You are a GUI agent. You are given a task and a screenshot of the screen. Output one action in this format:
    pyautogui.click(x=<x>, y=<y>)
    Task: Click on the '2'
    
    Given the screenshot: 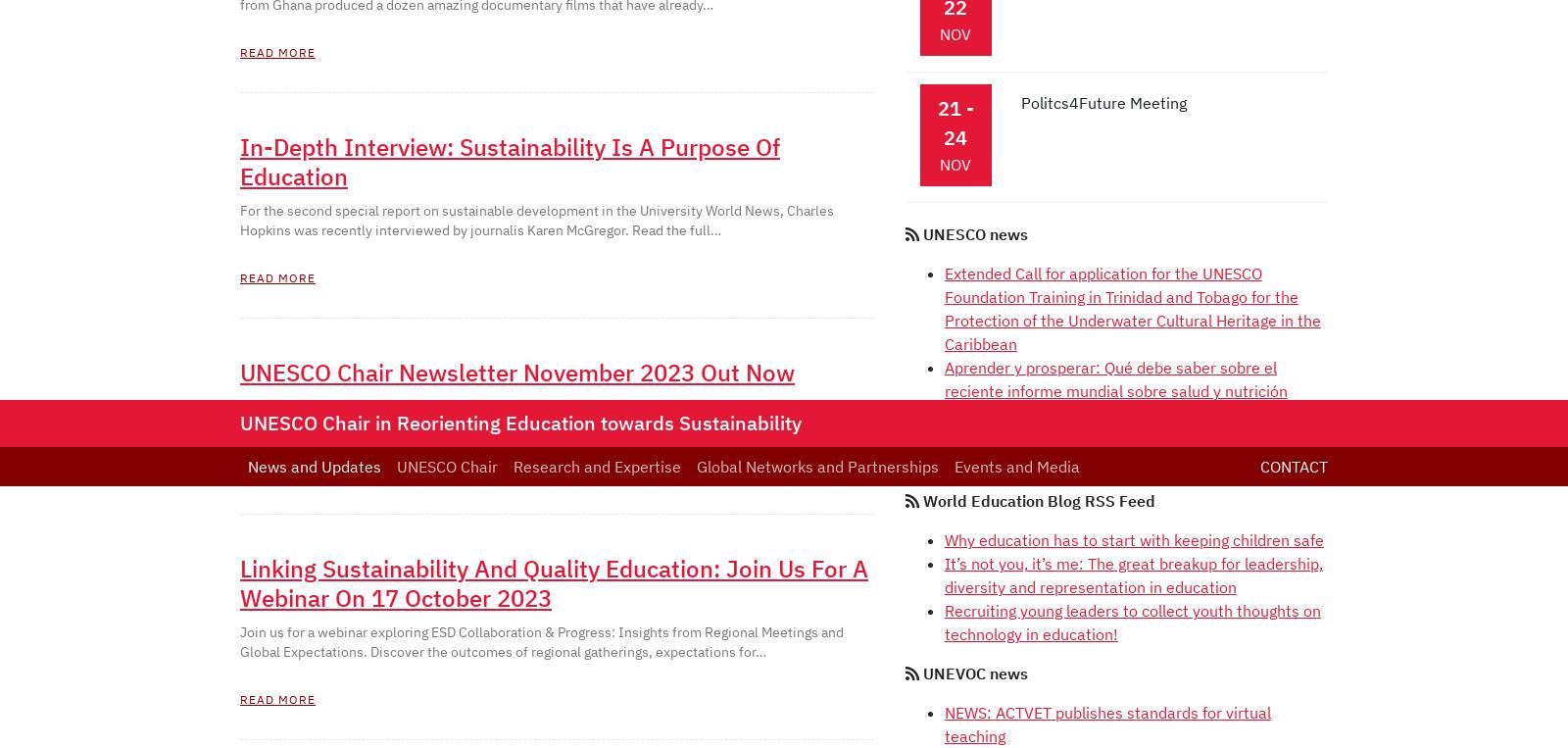 What is the action you would take?
    pyautogui.click(x=298, y=28)
    